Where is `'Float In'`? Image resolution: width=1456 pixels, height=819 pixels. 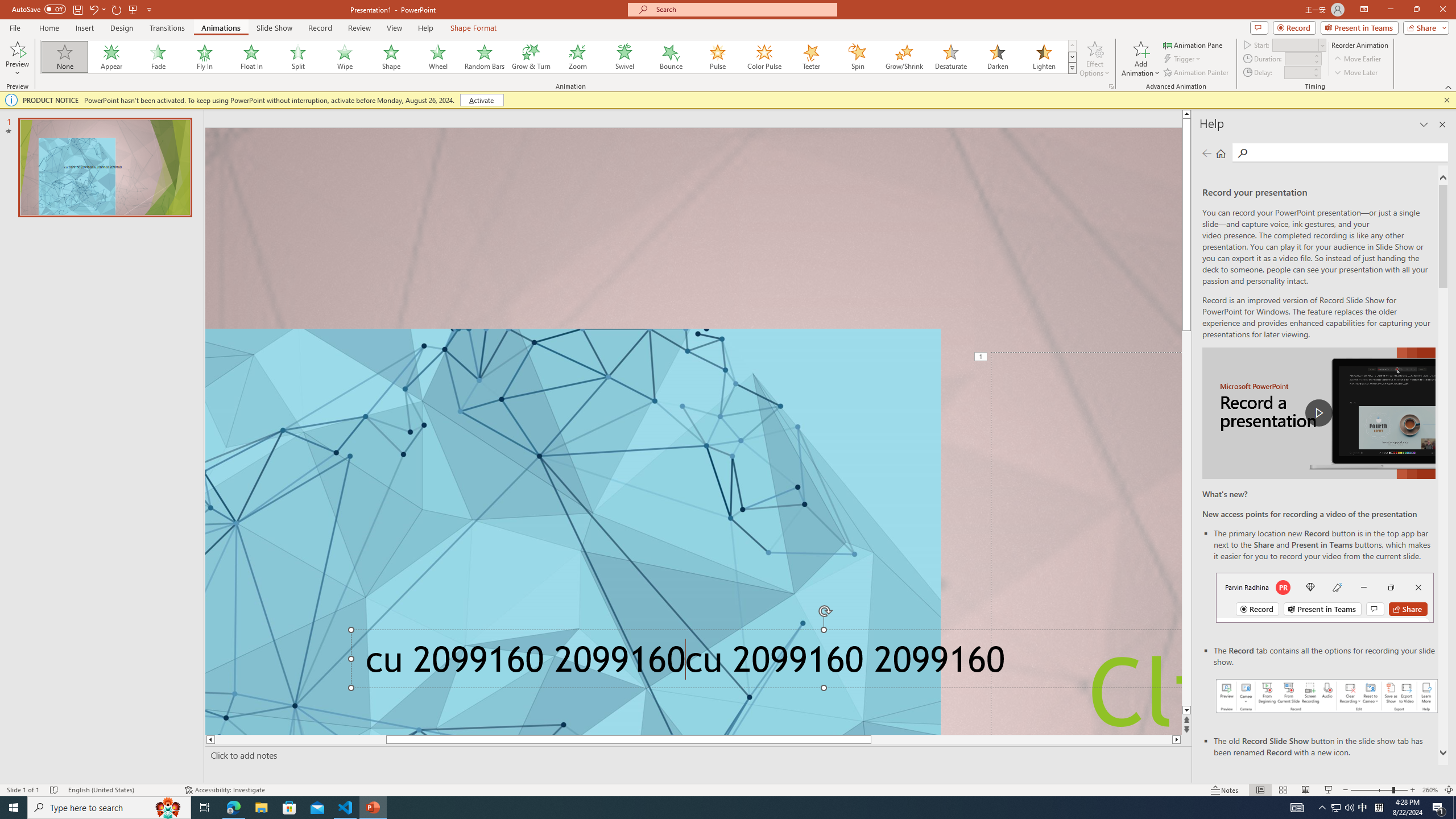 'Float In' is located at coordinates (251, 56).